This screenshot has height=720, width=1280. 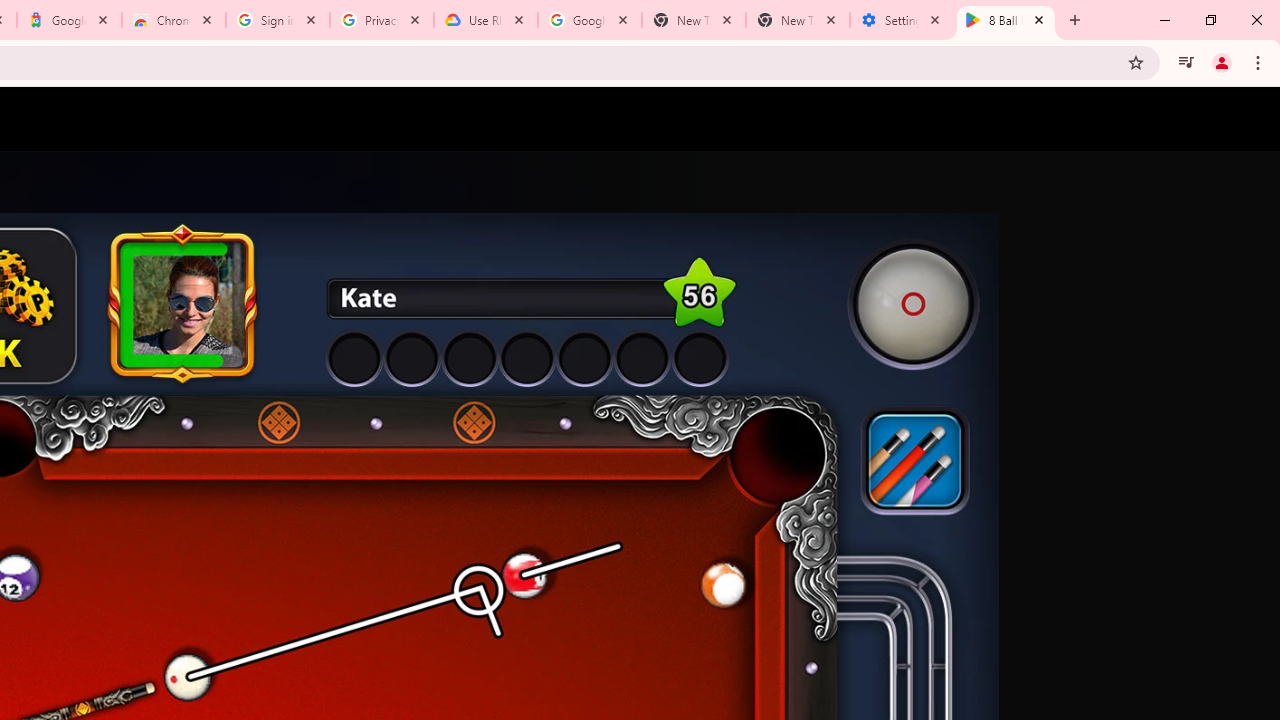 I want to click on '8 Ball Pool - Apps on Google Play', so click(x=1006, y=20).